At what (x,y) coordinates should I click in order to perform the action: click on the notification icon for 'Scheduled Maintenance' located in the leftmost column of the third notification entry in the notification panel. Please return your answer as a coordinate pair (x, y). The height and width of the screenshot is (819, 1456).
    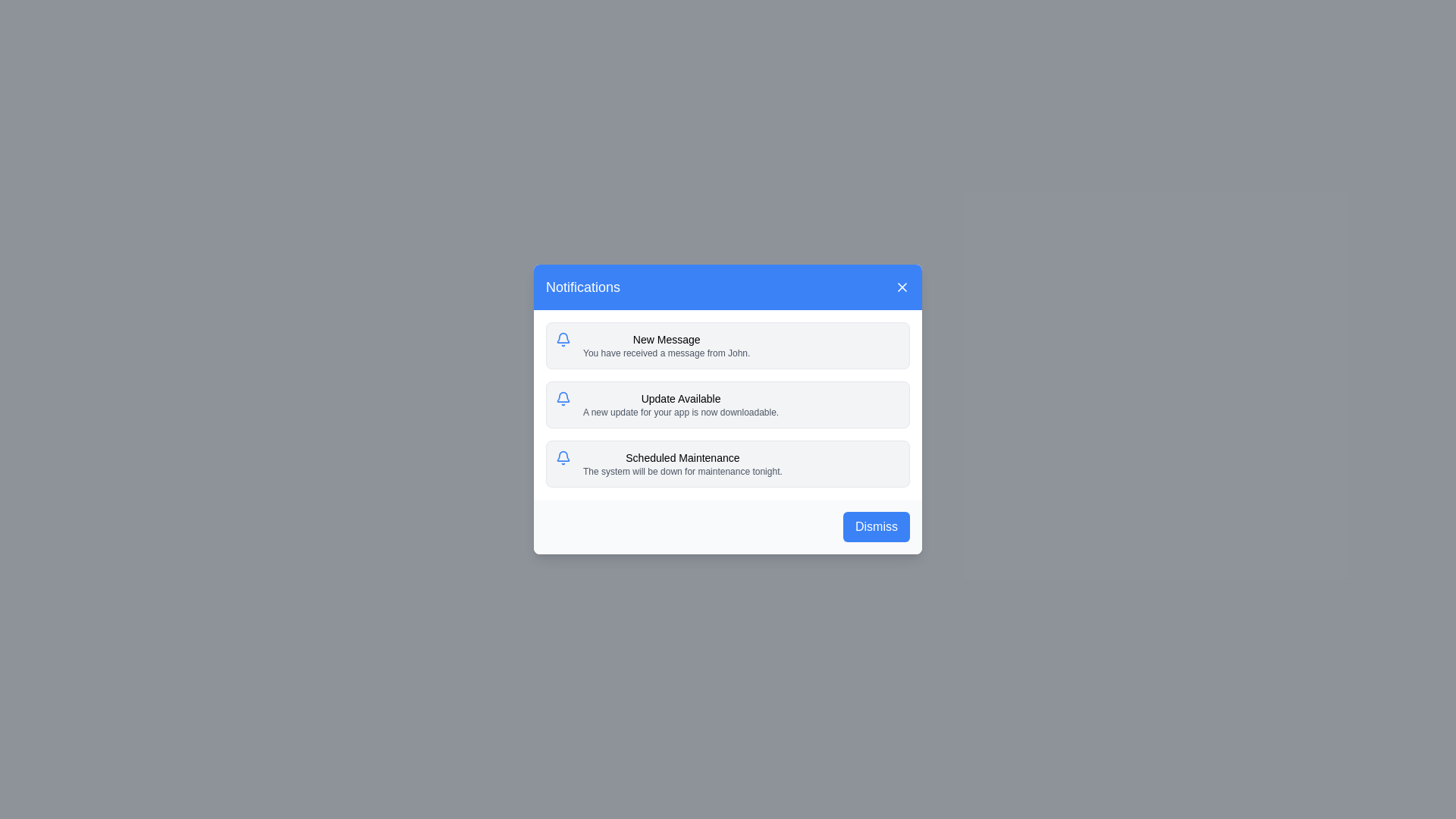
    Looking at the image, I should click on (563, 457).